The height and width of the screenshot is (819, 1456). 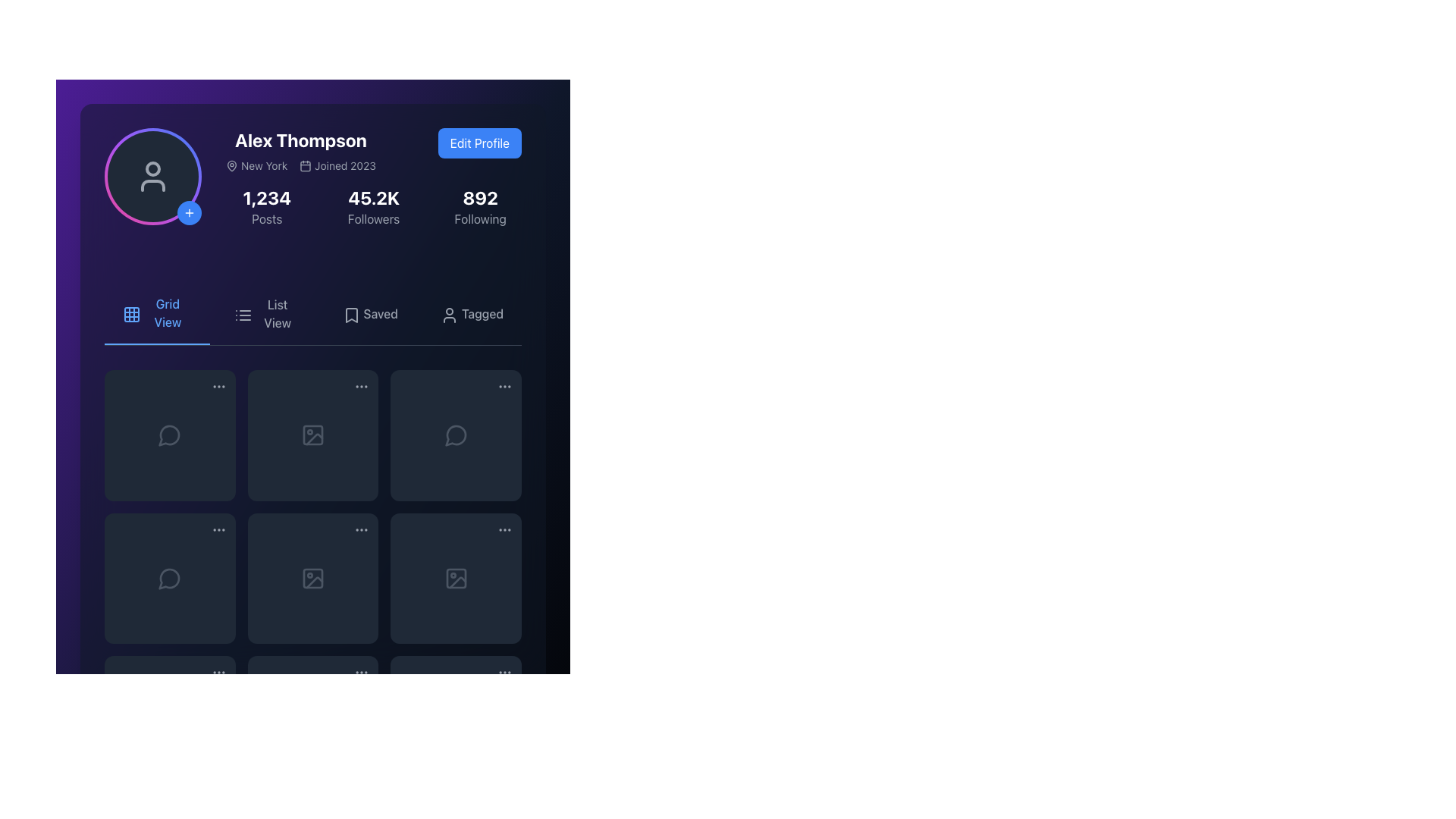 I want to click on the static text display that shows the number of posts created by the user, which is centrally positioned in the profile section of the interface, so click(x=267, y=197).